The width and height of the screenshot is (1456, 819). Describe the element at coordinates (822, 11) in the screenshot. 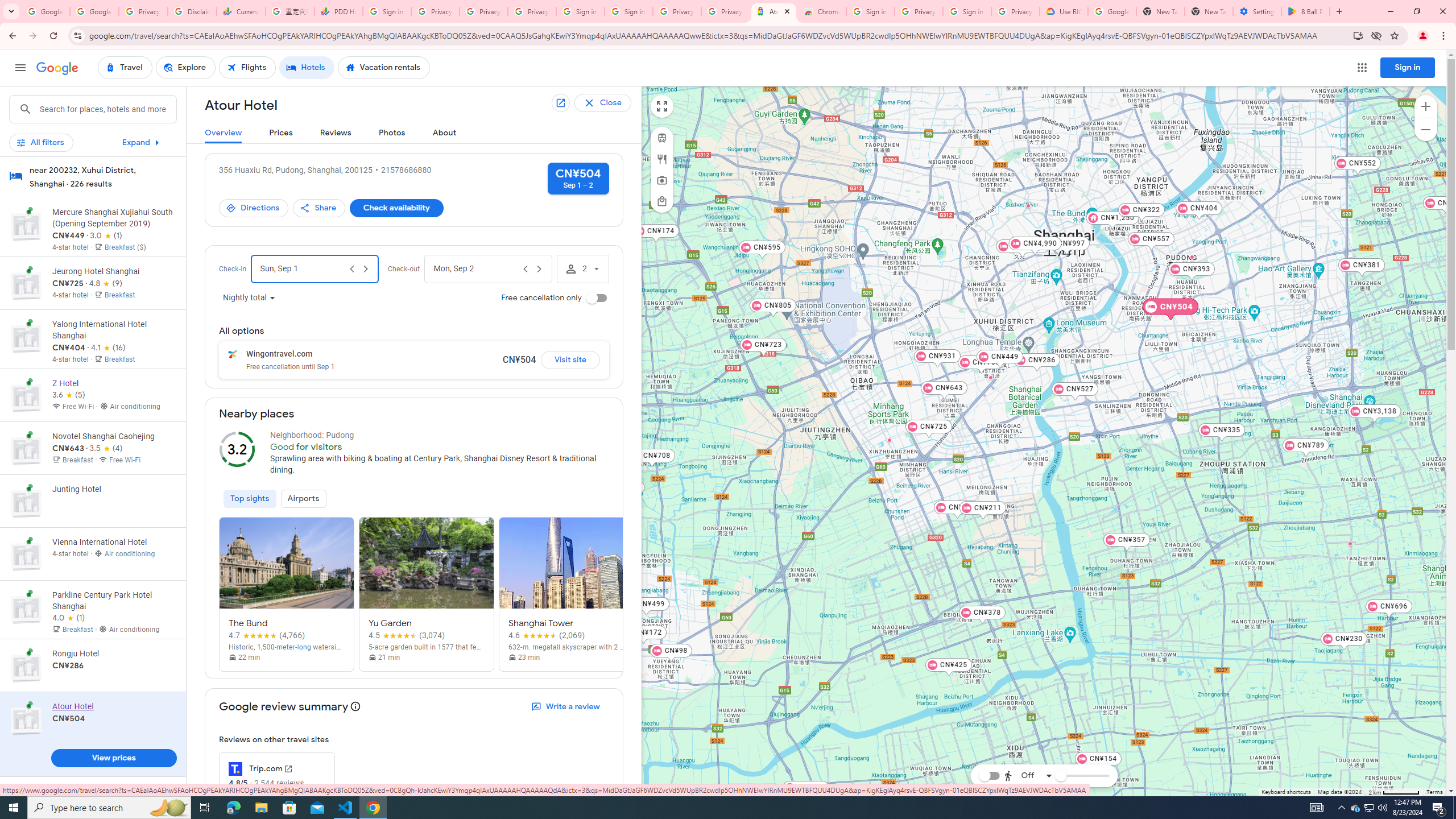

I see `'Chrome Web Store - Color themes by Chrome'` at that location.